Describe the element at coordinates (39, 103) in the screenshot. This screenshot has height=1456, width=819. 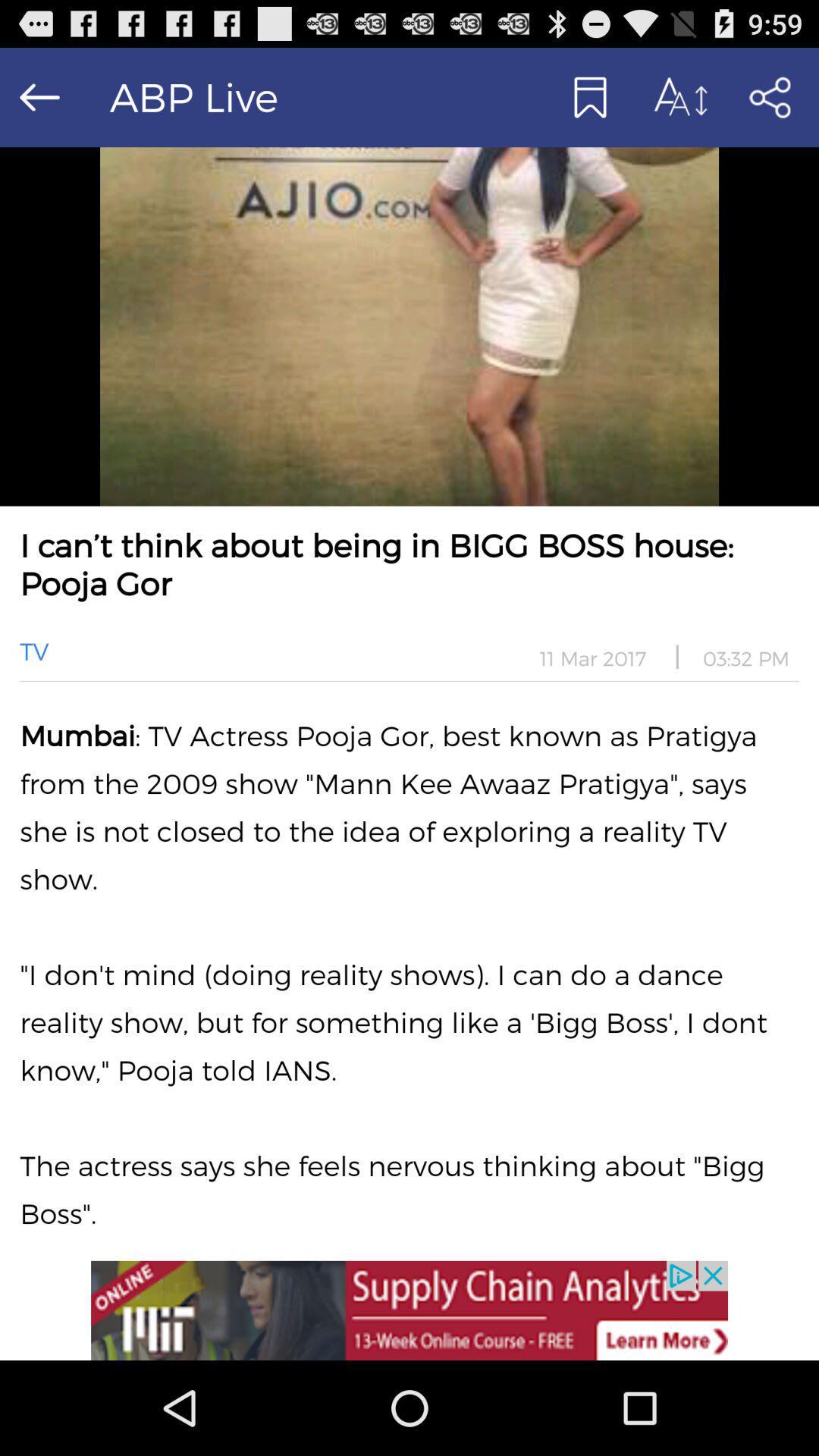
I see `the arrow_backward icon` at that location.